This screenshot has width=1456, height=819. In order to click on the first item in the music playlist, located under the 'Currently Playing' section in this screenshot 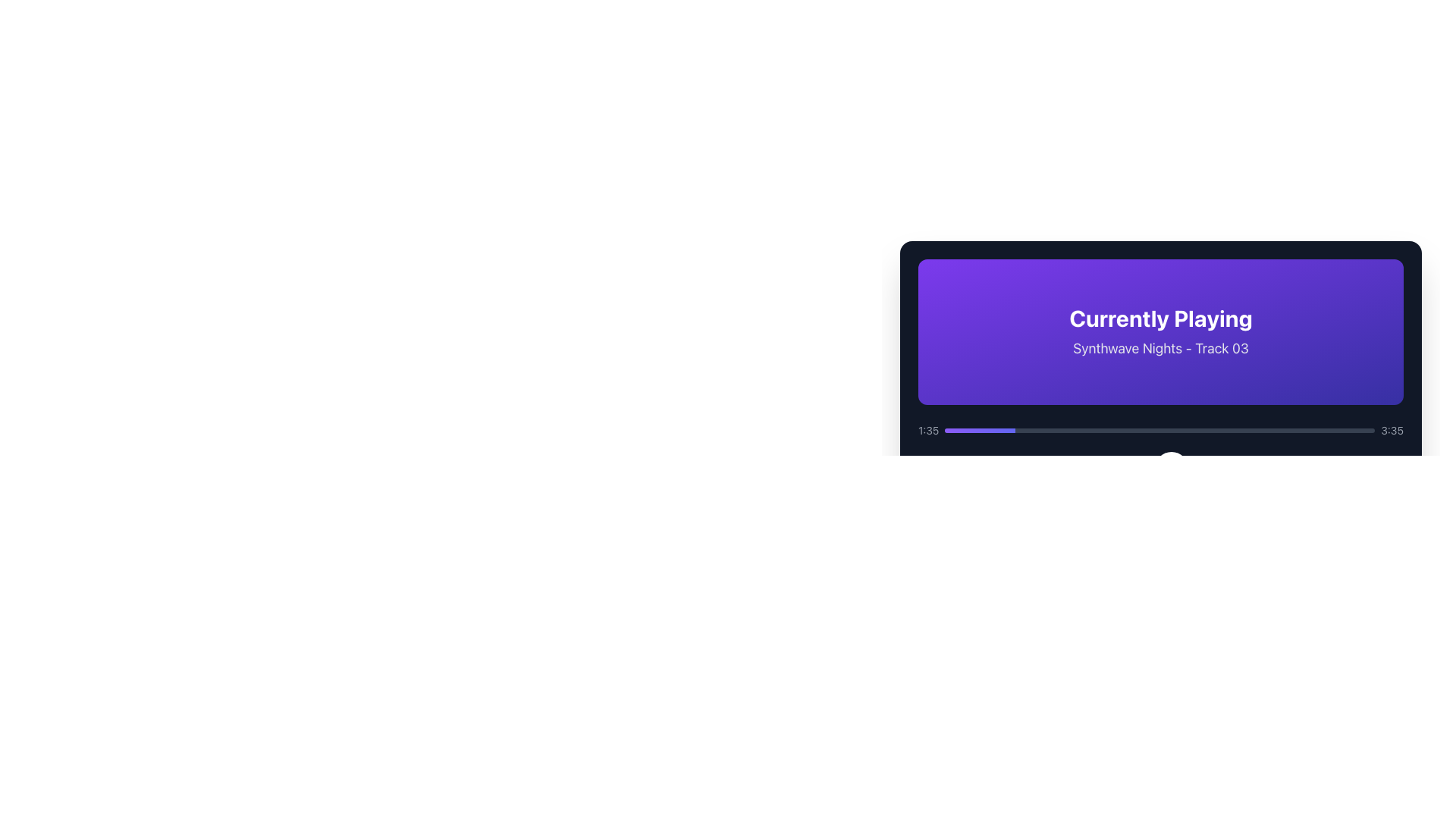, I will do `click(1160, 601)`.